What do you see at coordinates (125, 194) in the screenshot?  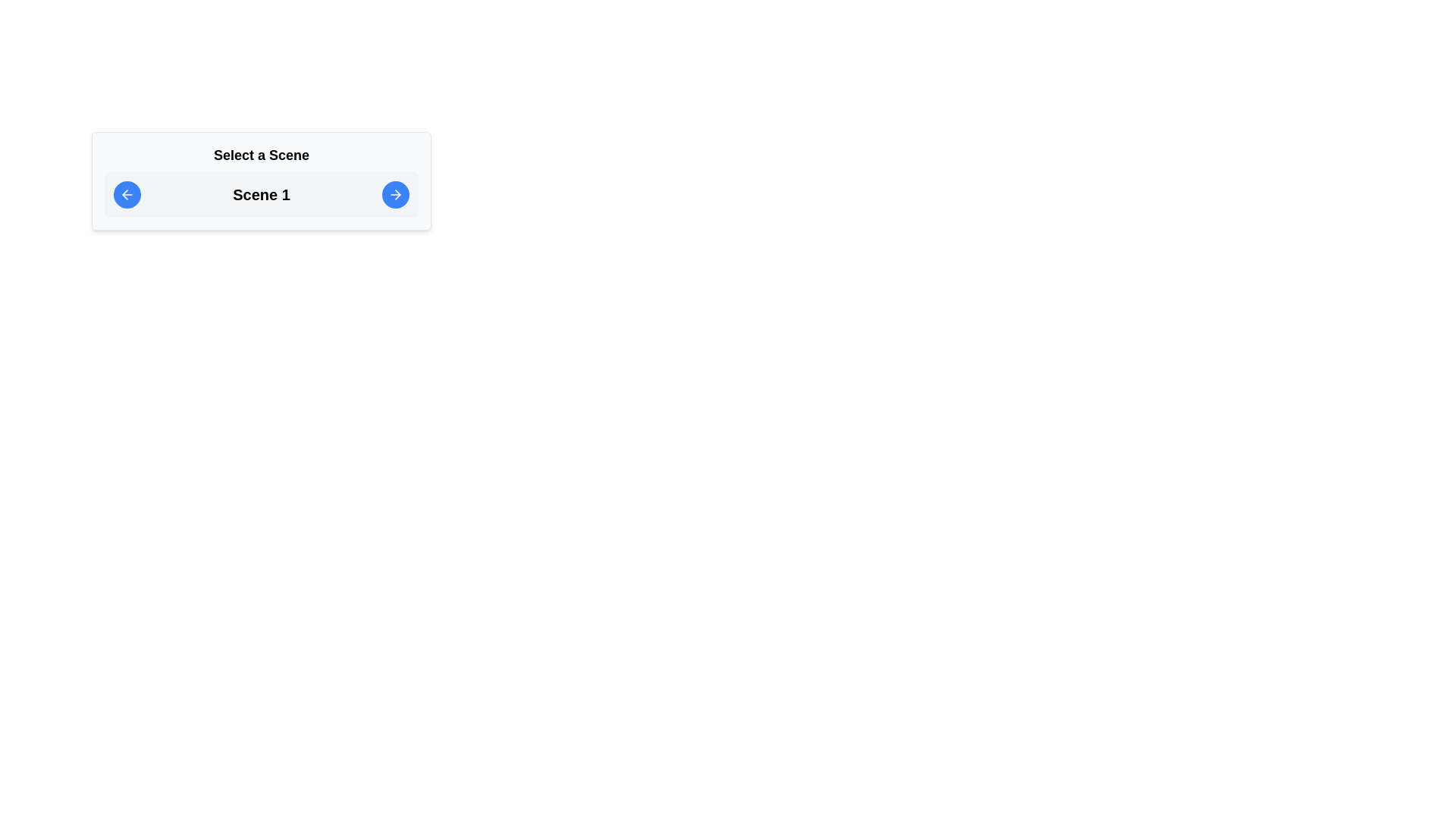 I see `the left-most circular navigational button that likely takes the user to a previous page or section` at bounding box center [125, 194].